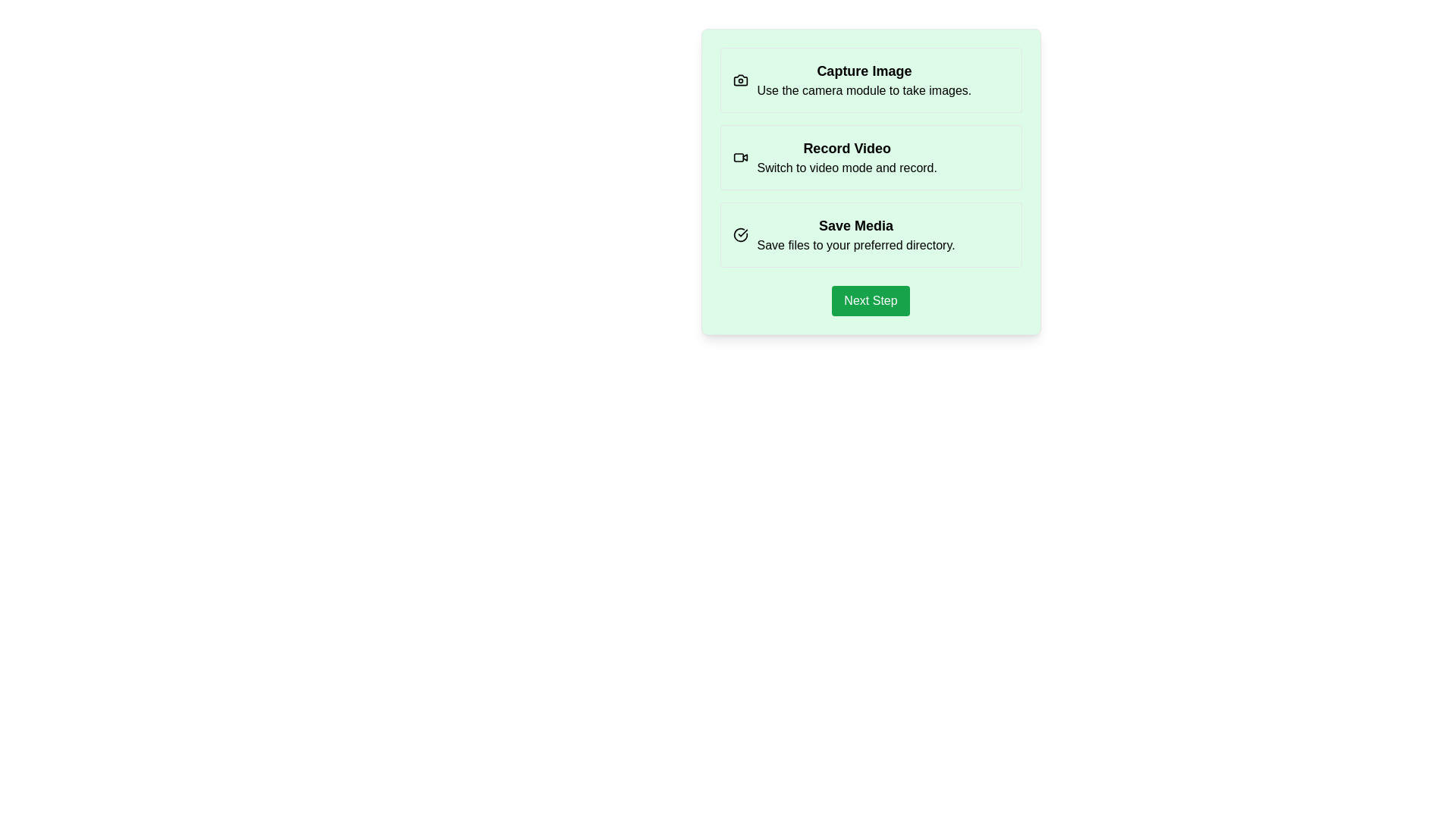 The image size is (1456, 819). Describe the element at coordinates (740, 158) in the screenshot. I see `the video camera icon, which has a rectangular body and a triangular shape, located in the second row to the left of the 'Record Video' text` at that location.